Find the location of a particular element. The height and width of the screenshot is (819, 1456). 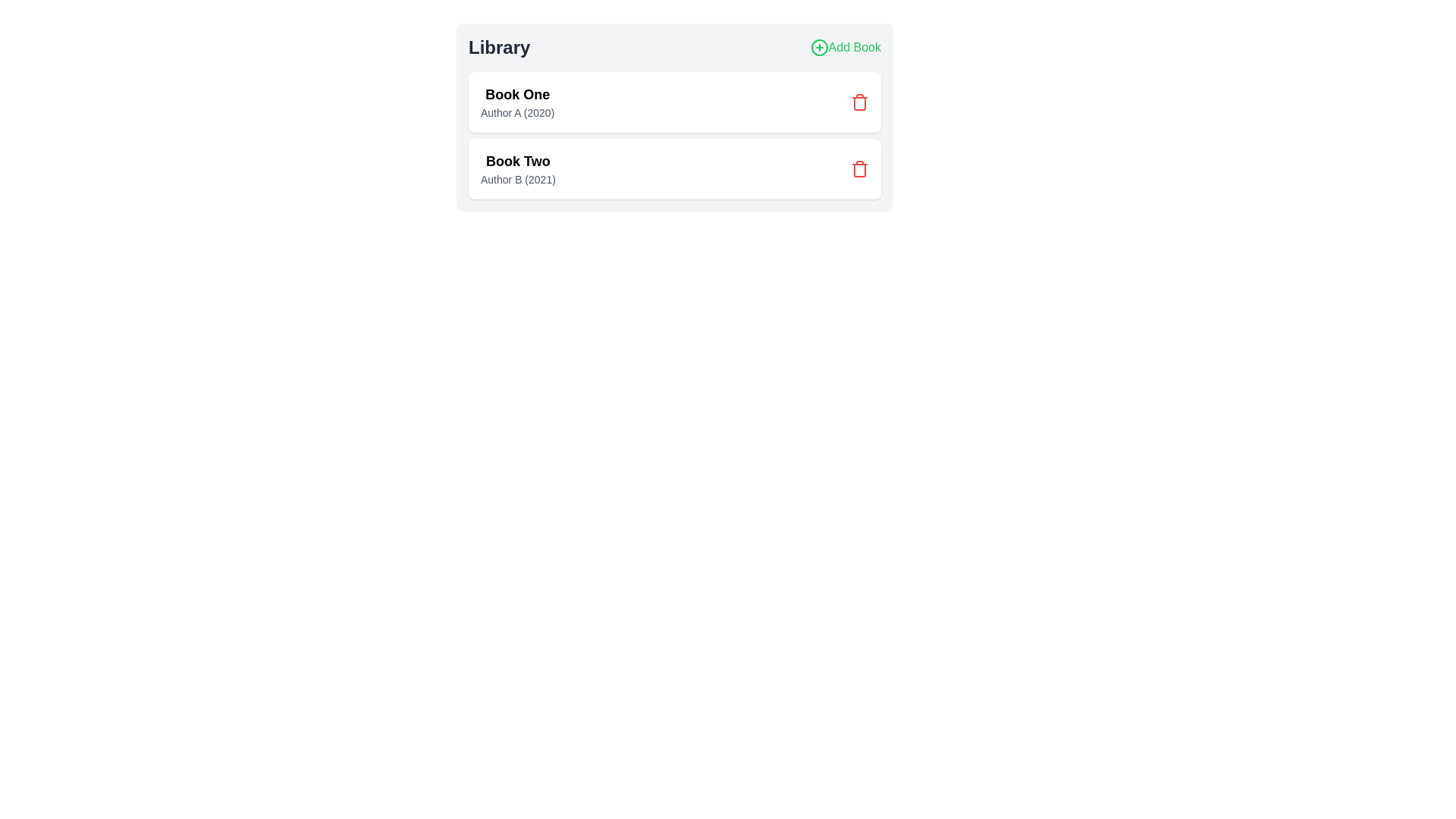

the second card is located at coordinates (673, 169).